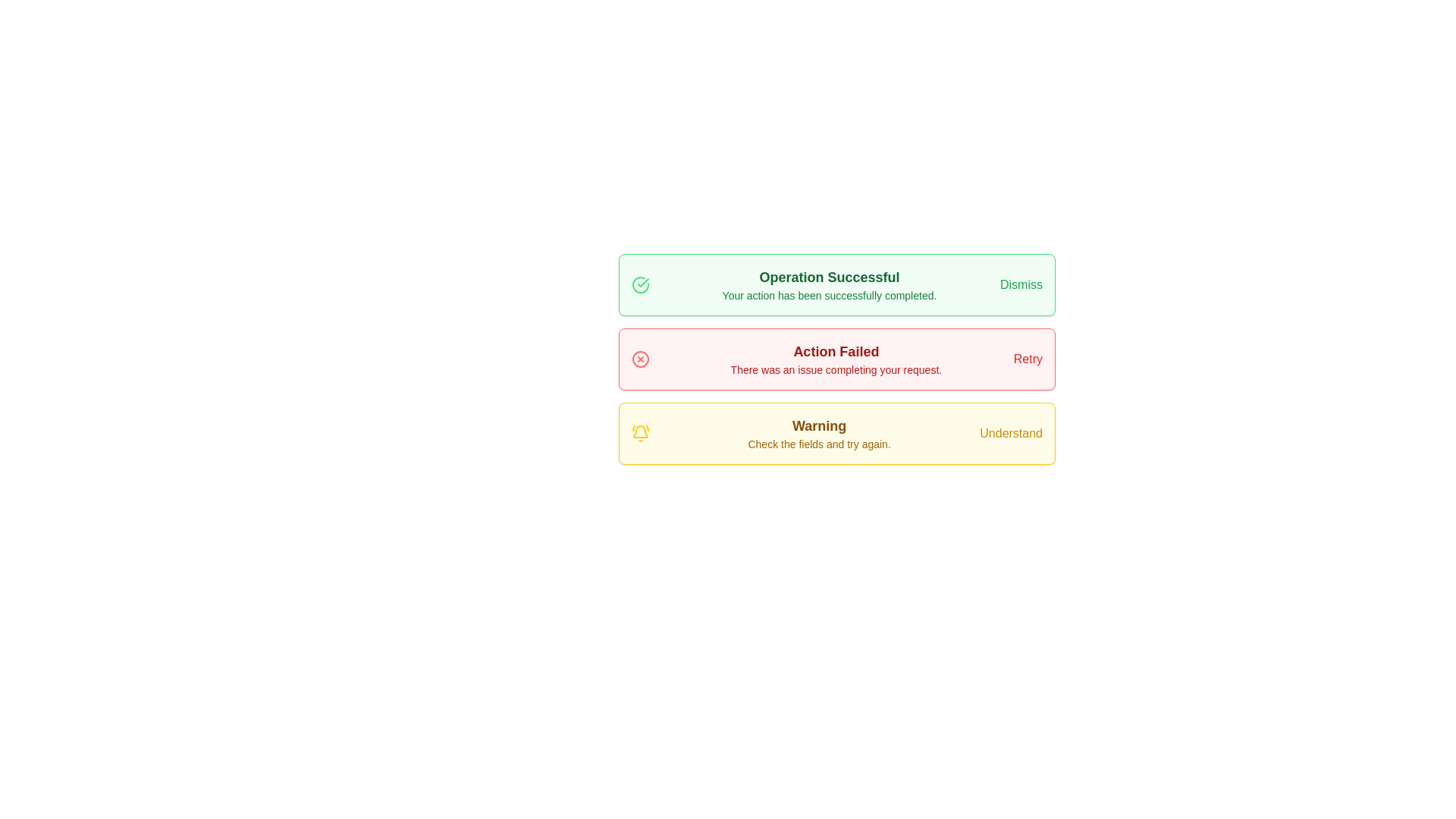  What do you see at coordinates (818, 426) in the screenshot?
I see `the 'Warning' text label, which is displayed in a bold, large yellowish-brown font within a yellow notification box` at bounding box center [818, 426].